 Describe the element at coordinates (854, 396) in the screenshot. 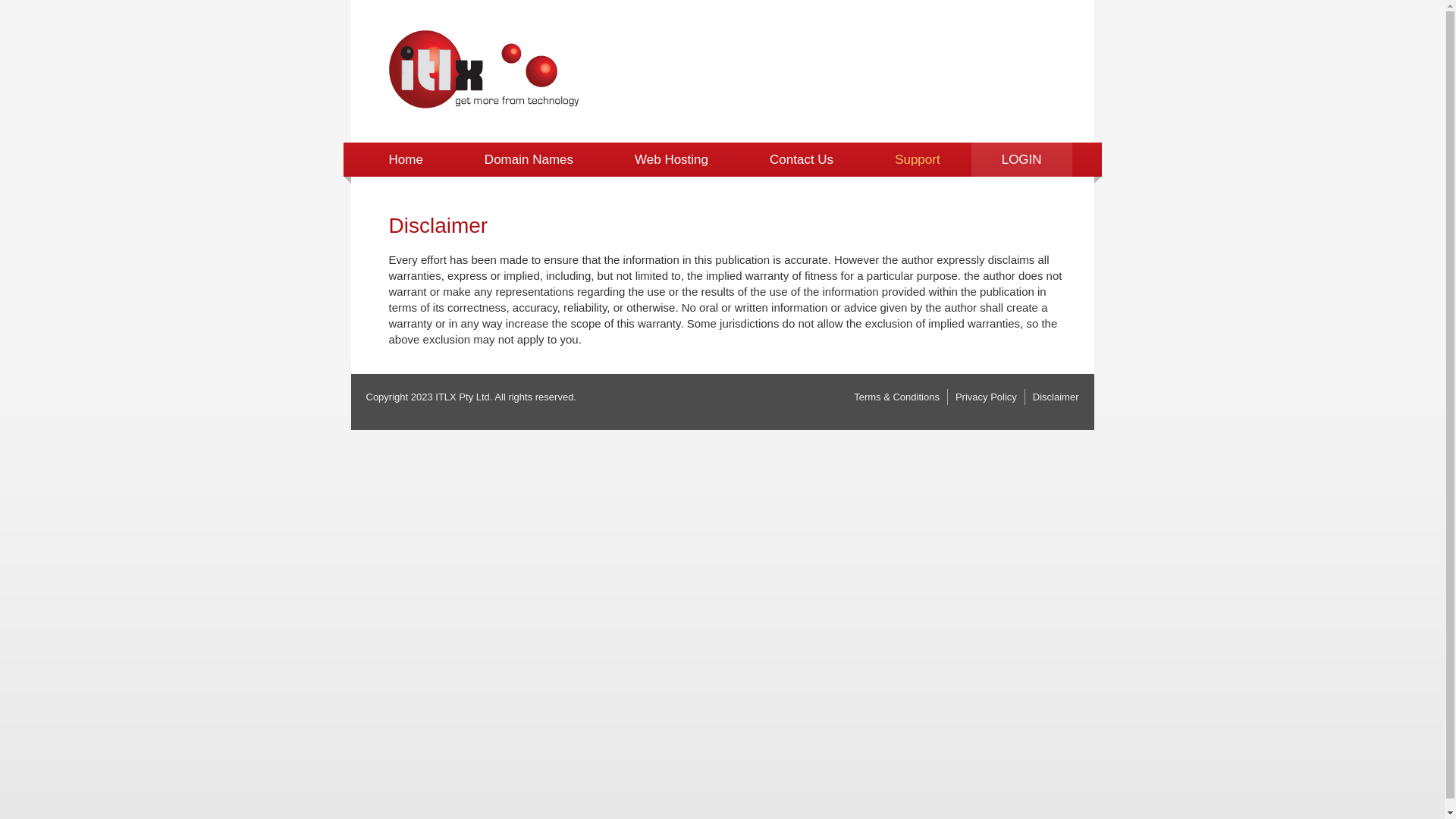

I see `'Terms & Conditions'` at that location.